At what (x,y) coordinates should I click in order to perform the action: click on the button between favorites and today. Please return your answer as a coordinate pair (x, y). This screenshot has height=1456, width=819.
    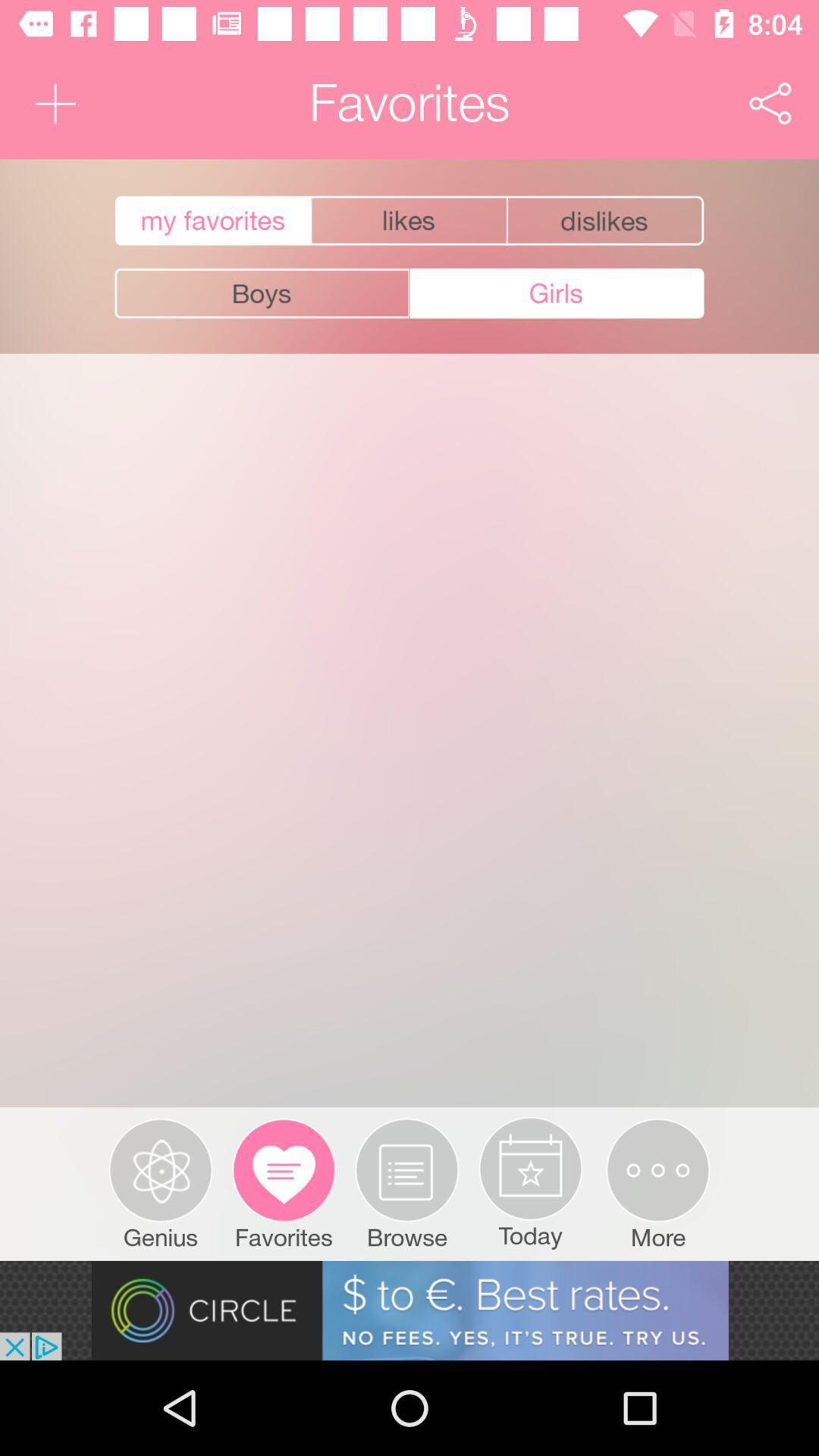
    Looking at the image, I should click on (406, 1183).